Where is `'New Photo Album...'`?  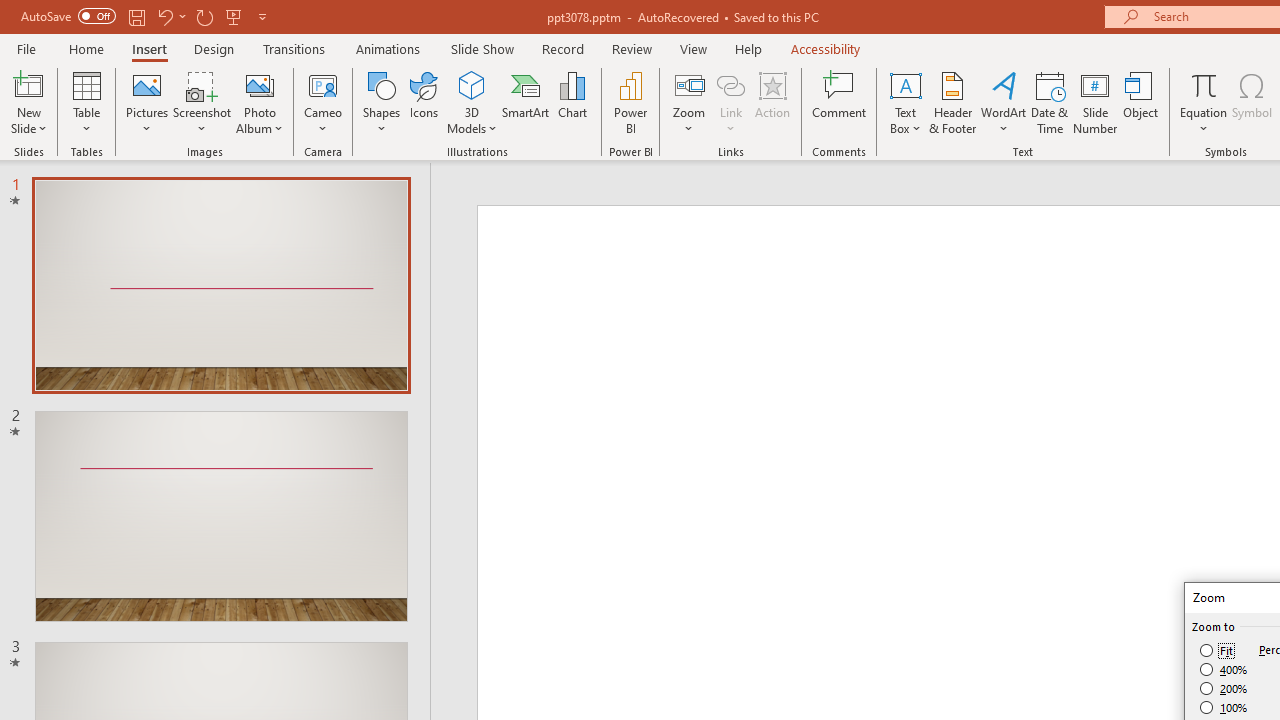 'New Photo Album...' is located at coordinates (258, 84).